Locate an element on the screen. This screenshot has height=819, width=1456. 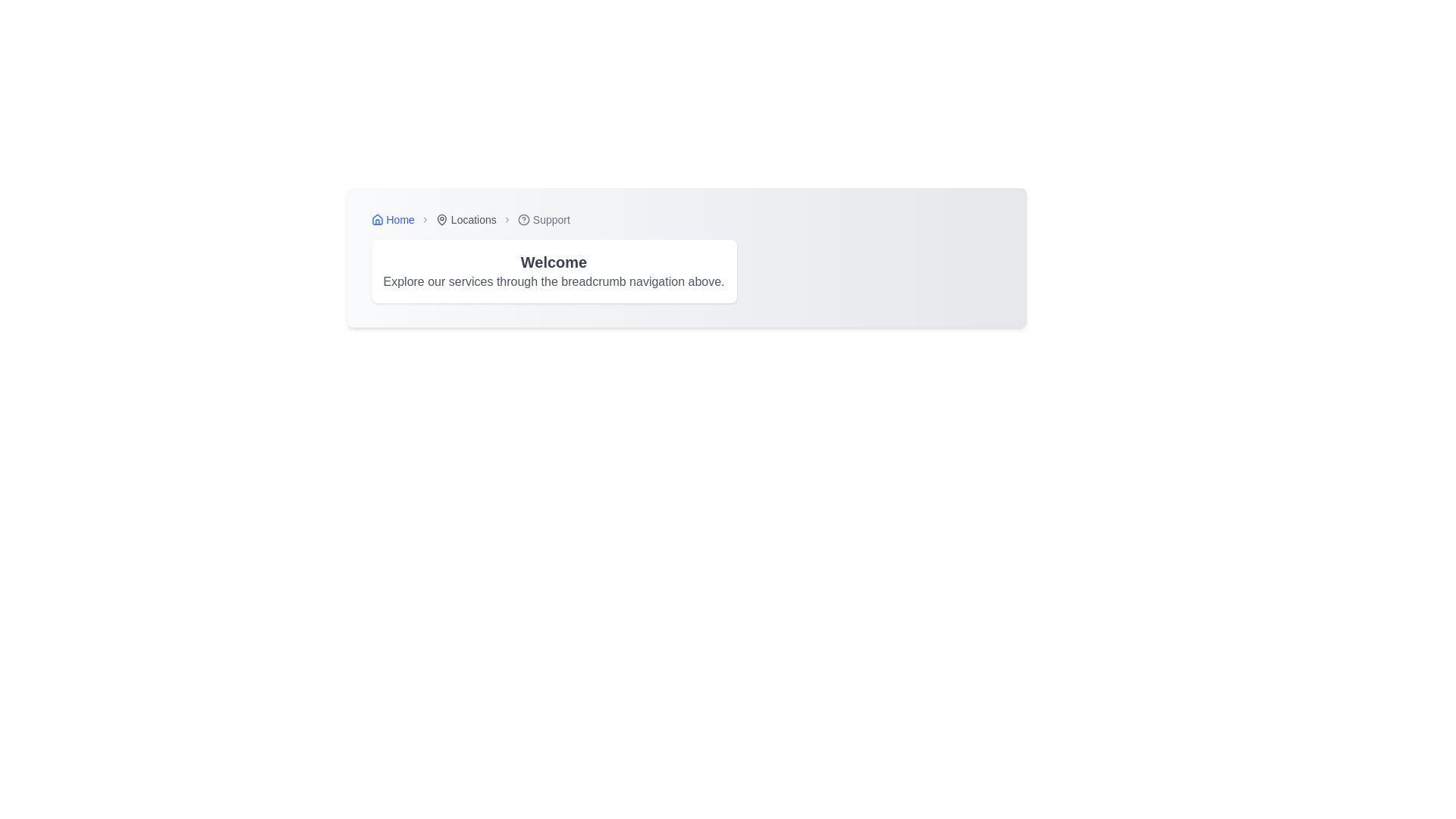
the informative text block that reads 'Explore our services through the breadcrumb navigation above.' which is styled in gray and positioned below the 'Welcome' heading is located at coordinates (553, 281).